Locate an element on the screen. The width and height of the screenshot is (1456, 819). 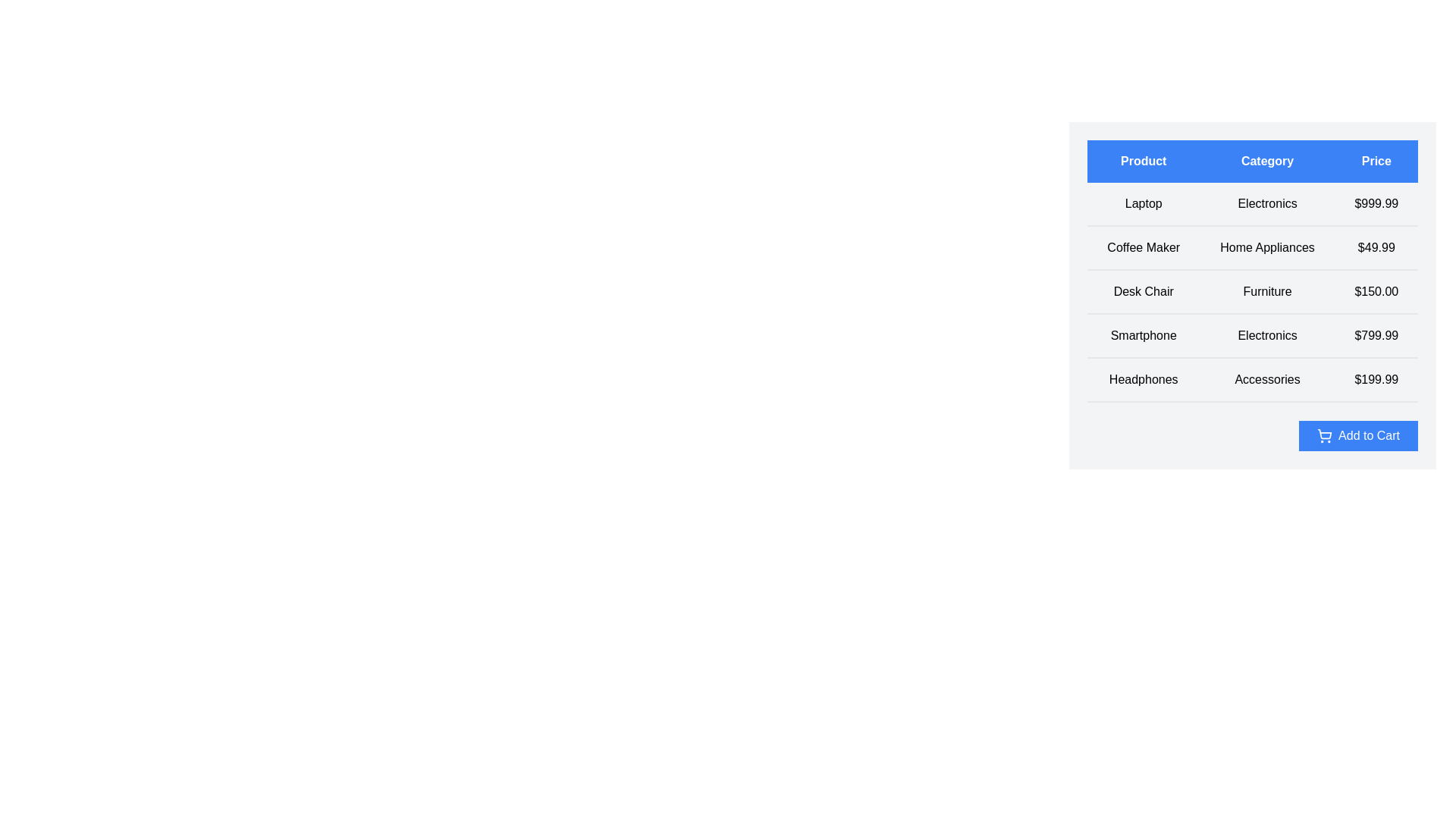
the Text Display element that shows the price '$799.99' located in the fourth row of the table under the 'Price' column for the product 'Smartphone' is located at coordinates (1376, 335).